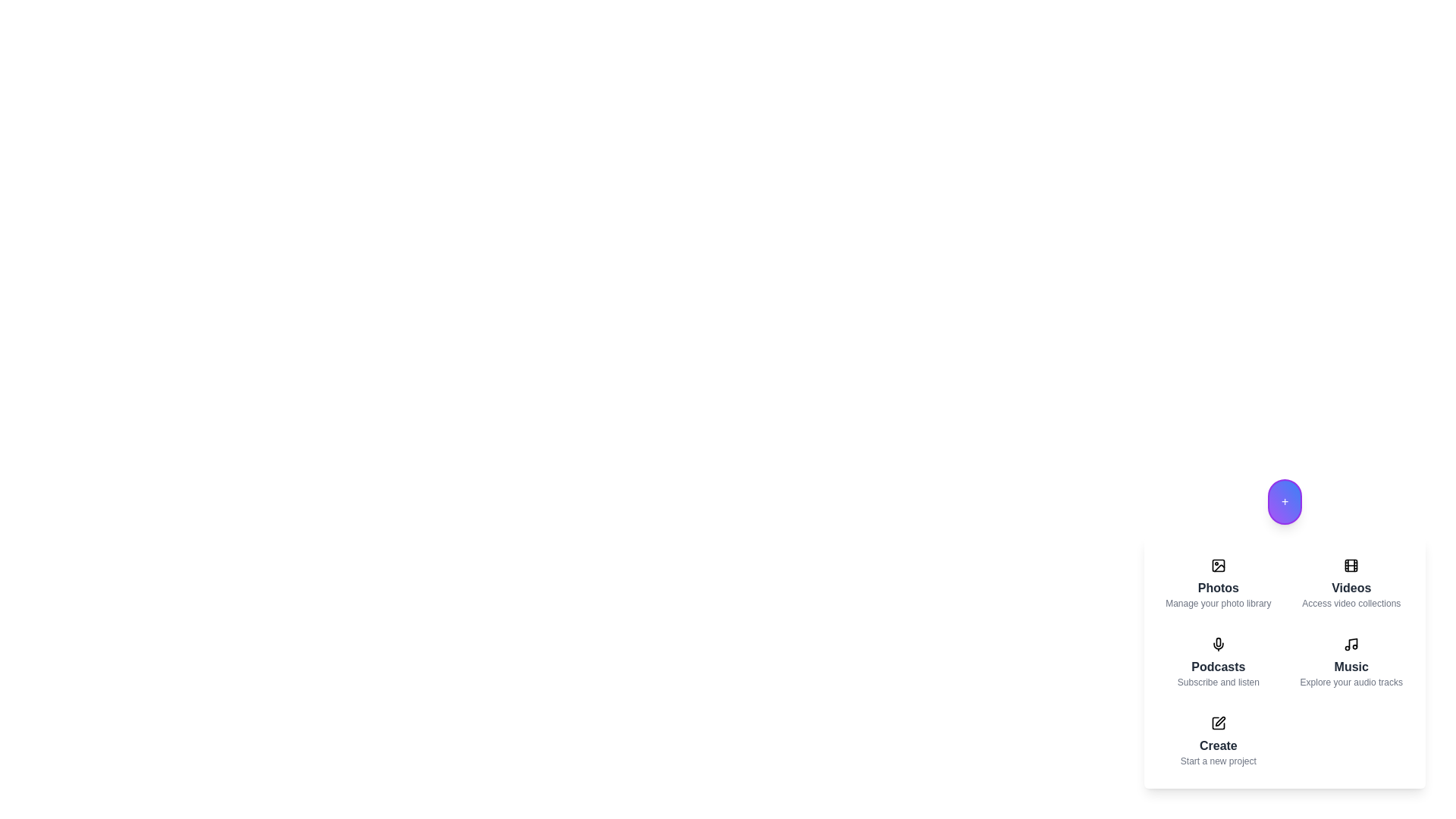 The image size is (1456, 819). Describe the element at coordinates (1284, 502) in the screenshot. I see `the main action button to toggle the menu` at that location.